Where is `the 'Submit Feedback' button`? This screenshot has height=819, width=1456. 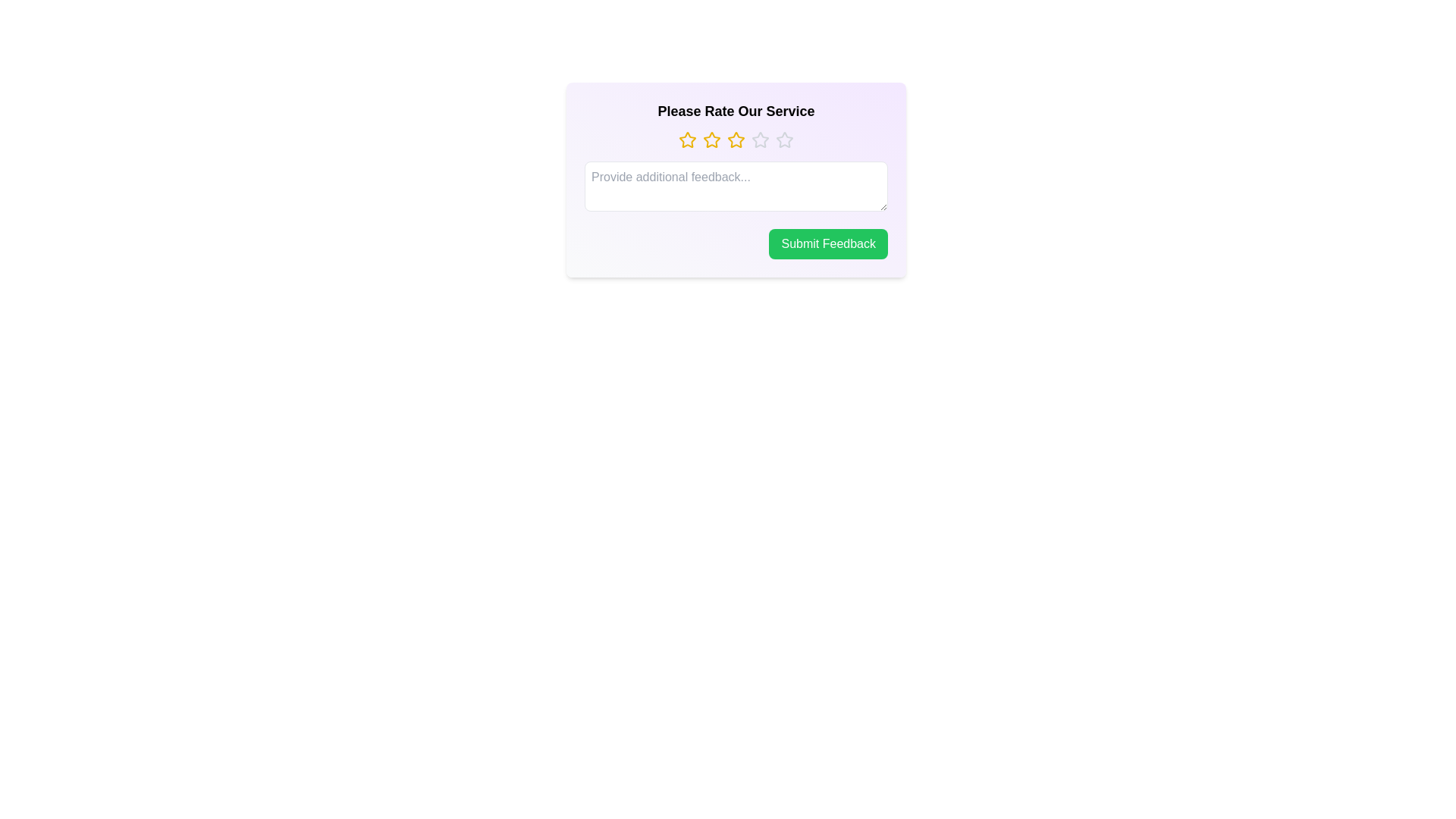
the 'Submit Feedback' button is located at coordinates (827, 243).